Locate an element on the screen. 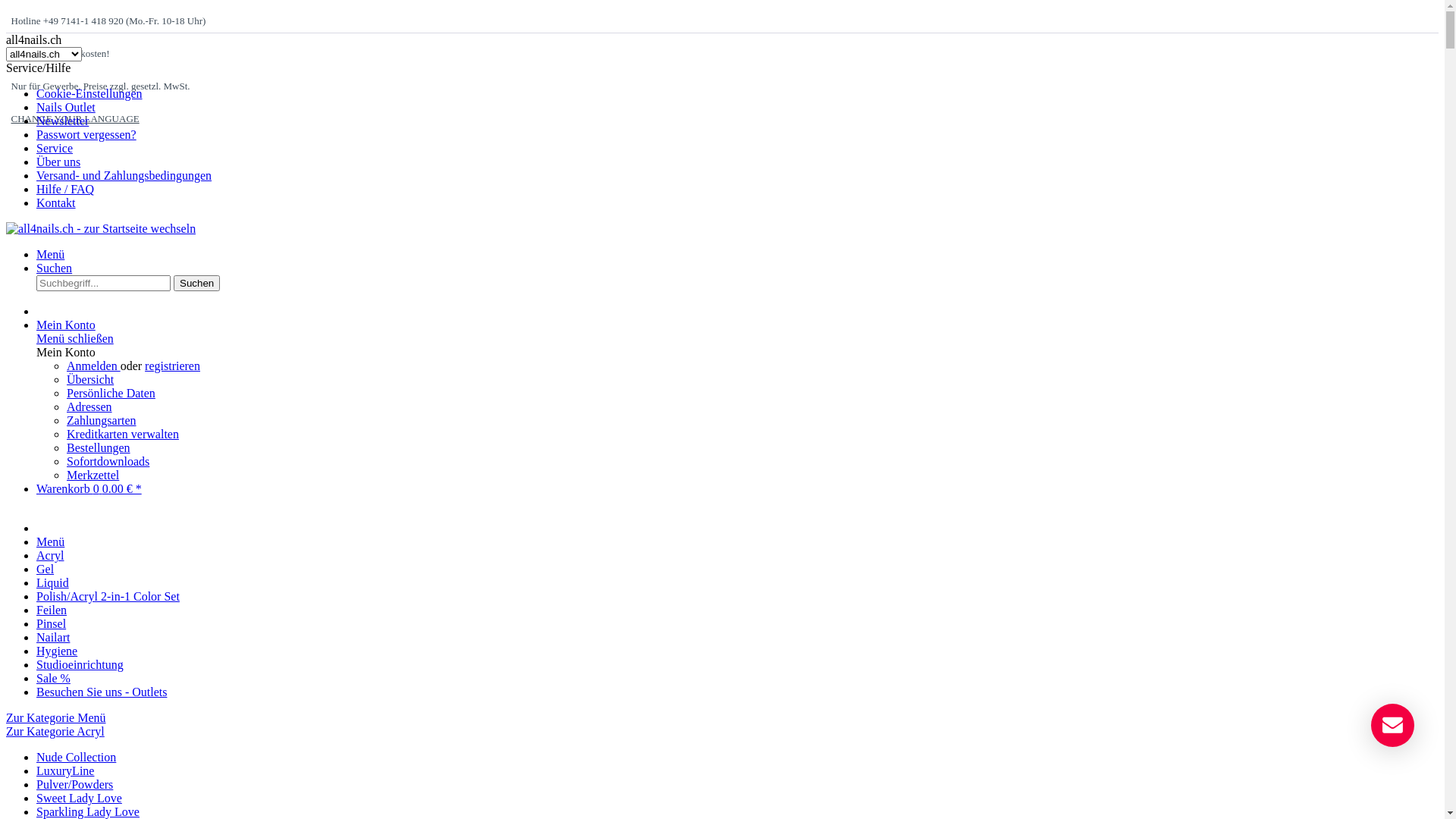 Image resolution: width=1456 pixels, height=819 pixels. 'Sweet Lady Love' is located at coordinates (78, 797).